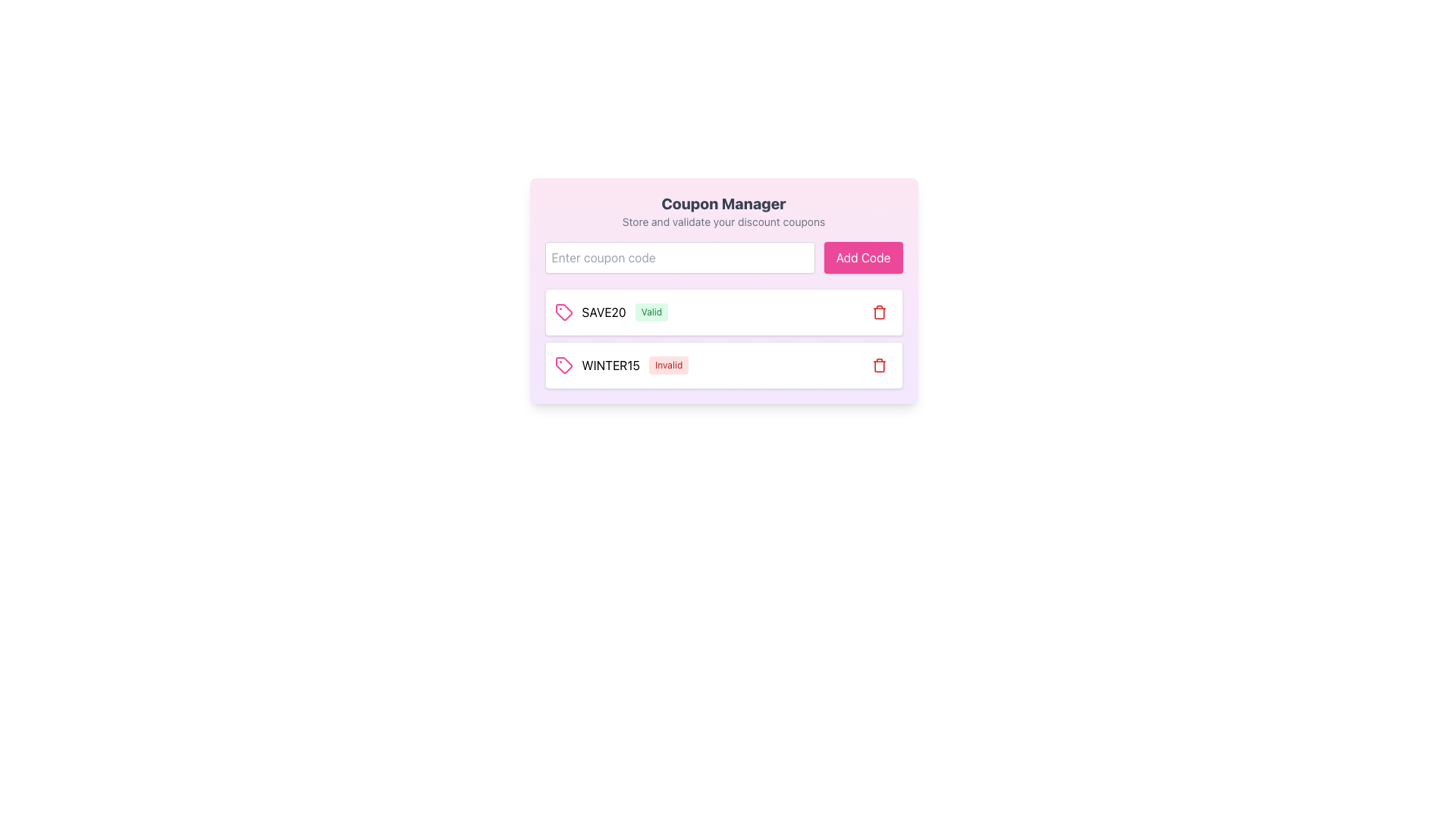  I want to click on the text label 'WINTER15' in the coupon manager interface, which is styled with a clean font and located between a tag icon and an 'Invalid' label, so click(610, 366).